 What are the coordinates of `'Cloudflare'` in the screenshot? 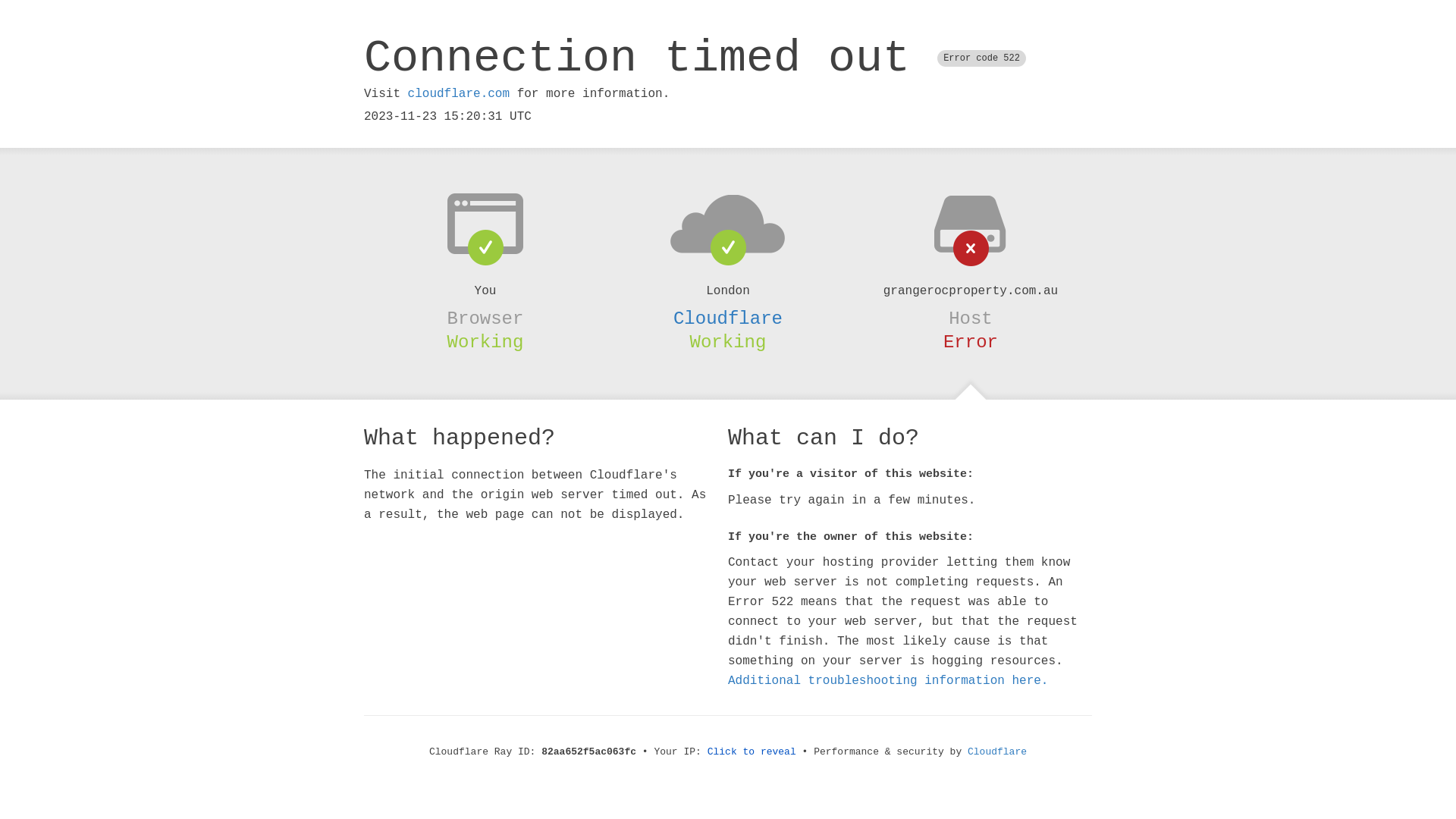 It's located at (728, 318).